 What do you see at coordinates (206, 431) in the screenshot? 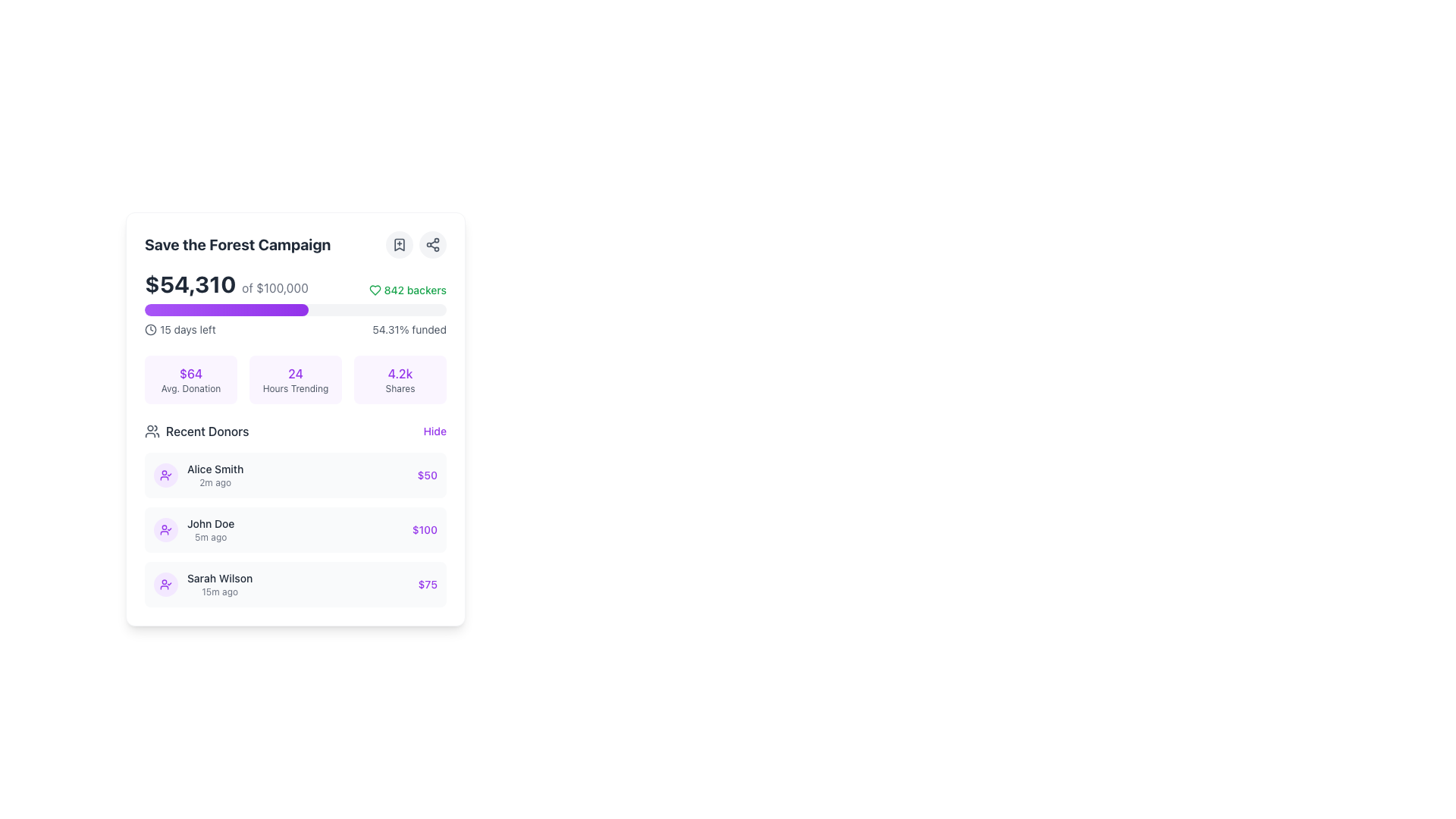
I see `the text label displaying 'Recent Donors' which is medium-weight, dark gray, and positioned to the right of a user group icon` at bounding box center [206, 431].